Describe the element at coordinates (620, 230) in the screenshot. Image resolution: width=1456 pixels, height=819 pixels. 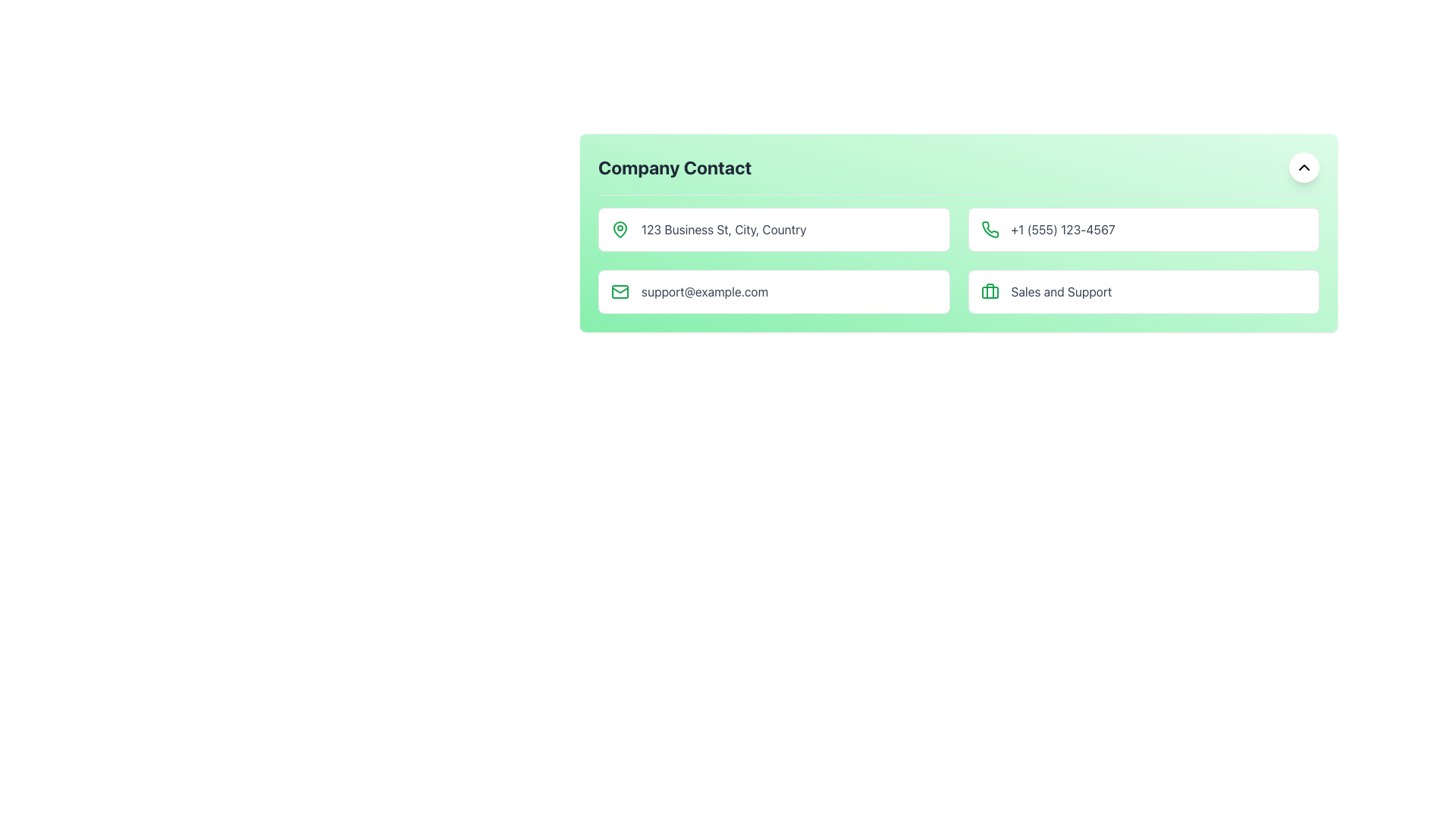
I see `the green map pin icon located to the left of the address text '123 Business St, City, Country' within the card-style layout` at that location.